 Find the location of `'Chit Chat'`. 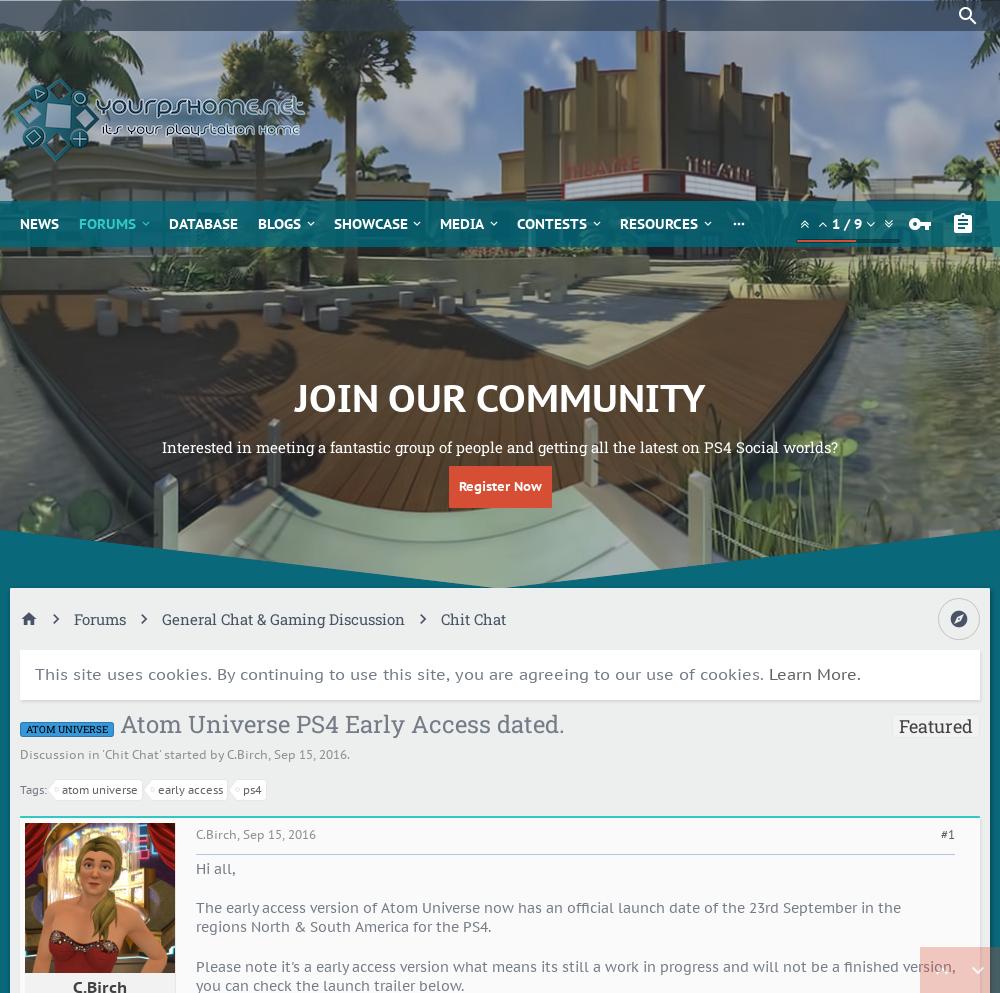

'Chit Chat' is located at coordinates (132, 753).